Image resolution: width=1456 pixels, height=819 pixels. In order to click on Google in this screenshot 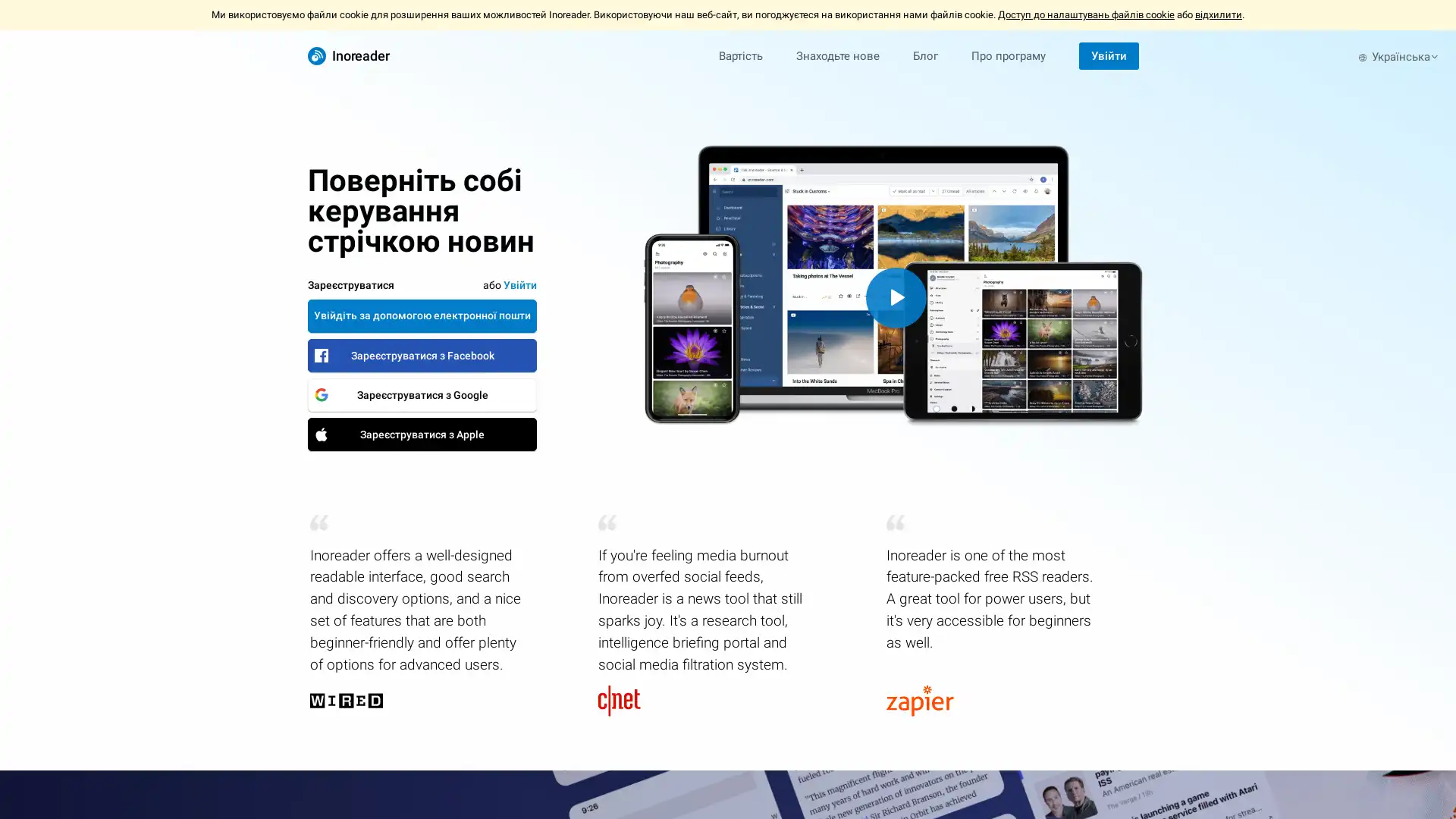, I will do `click(422, 394)`.